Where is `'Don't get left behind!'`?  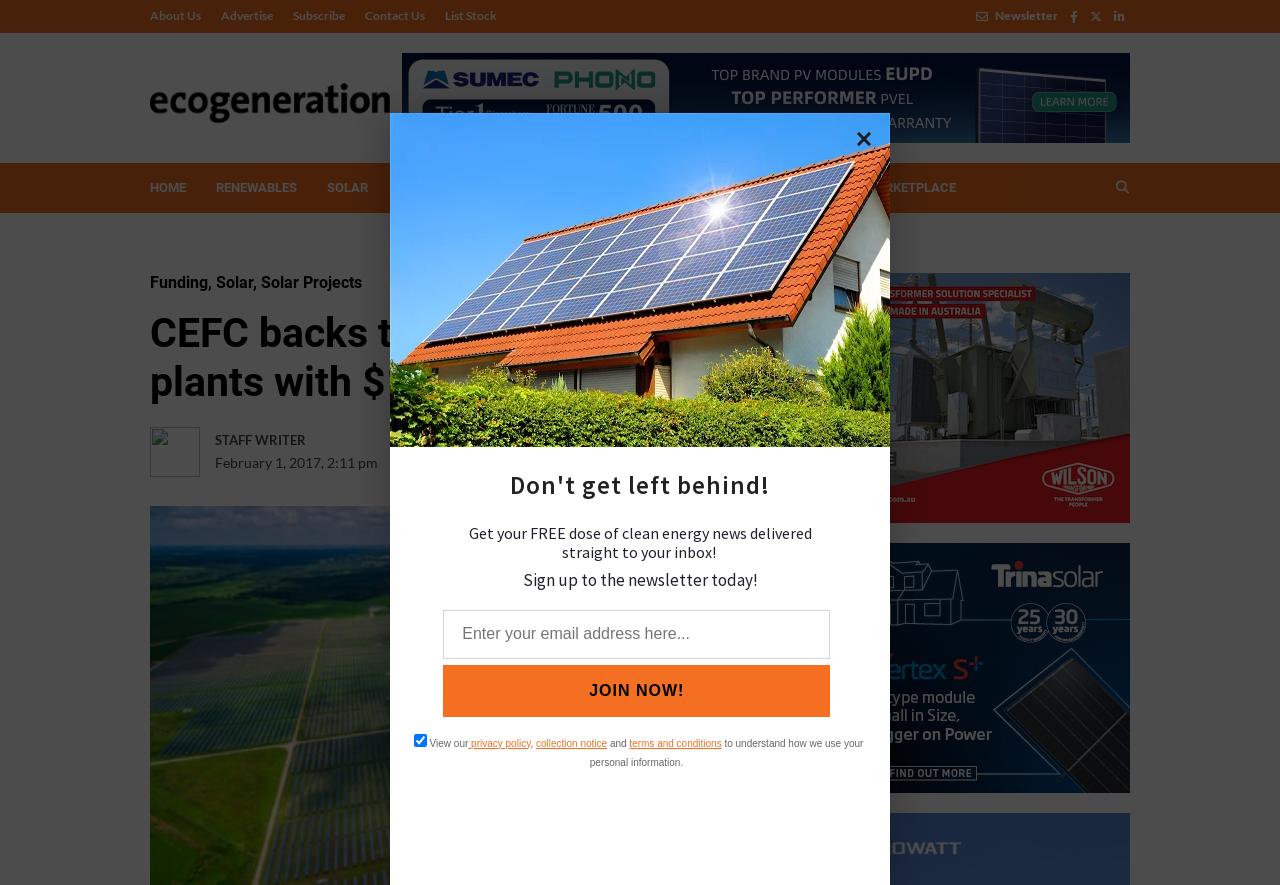 'Don't get left behind!' is located at coordinates (640, 484).